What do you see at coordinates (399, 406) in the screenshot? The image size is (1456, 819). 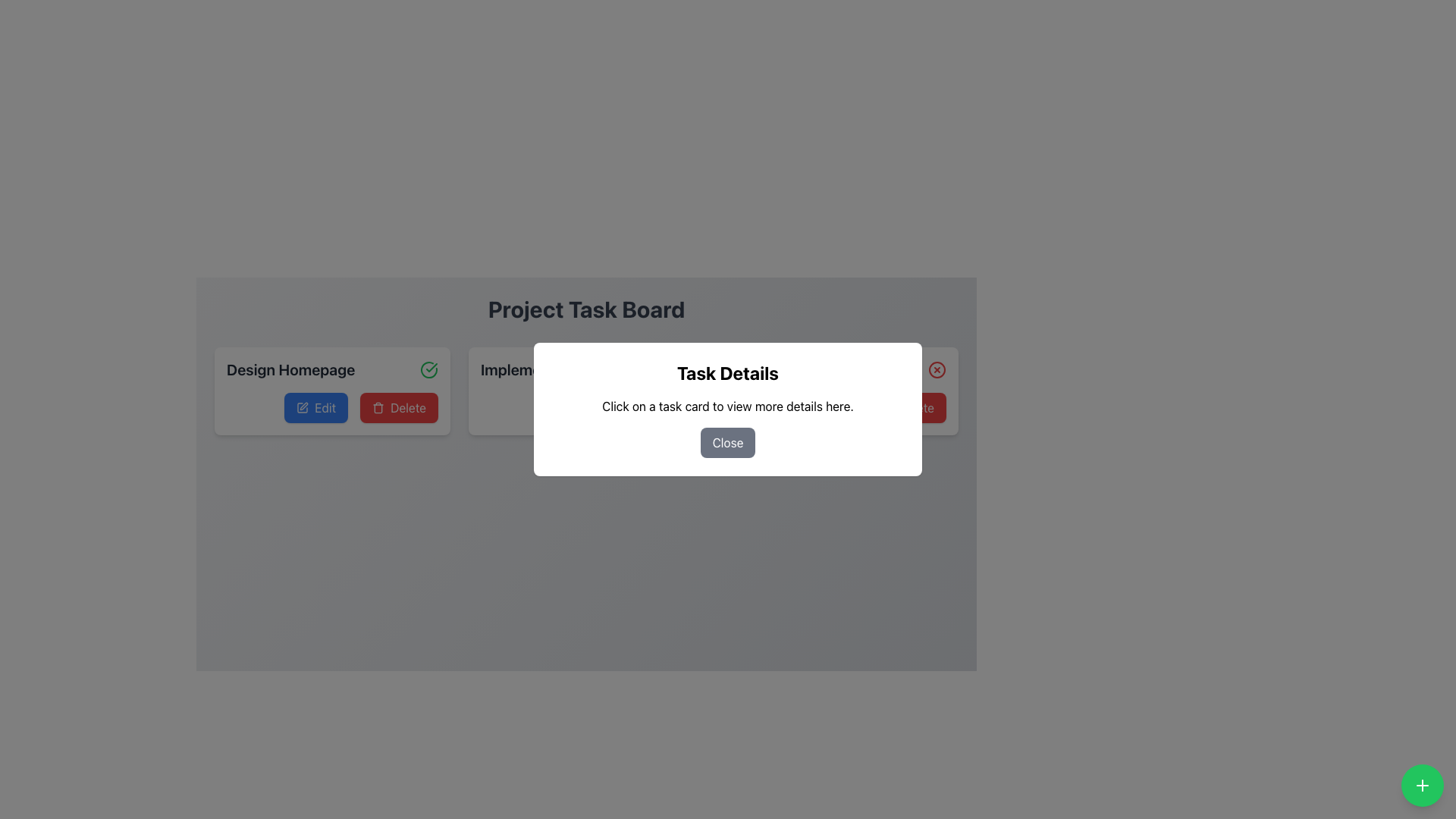 I see `the delete button` at bounding box center [399, 406].